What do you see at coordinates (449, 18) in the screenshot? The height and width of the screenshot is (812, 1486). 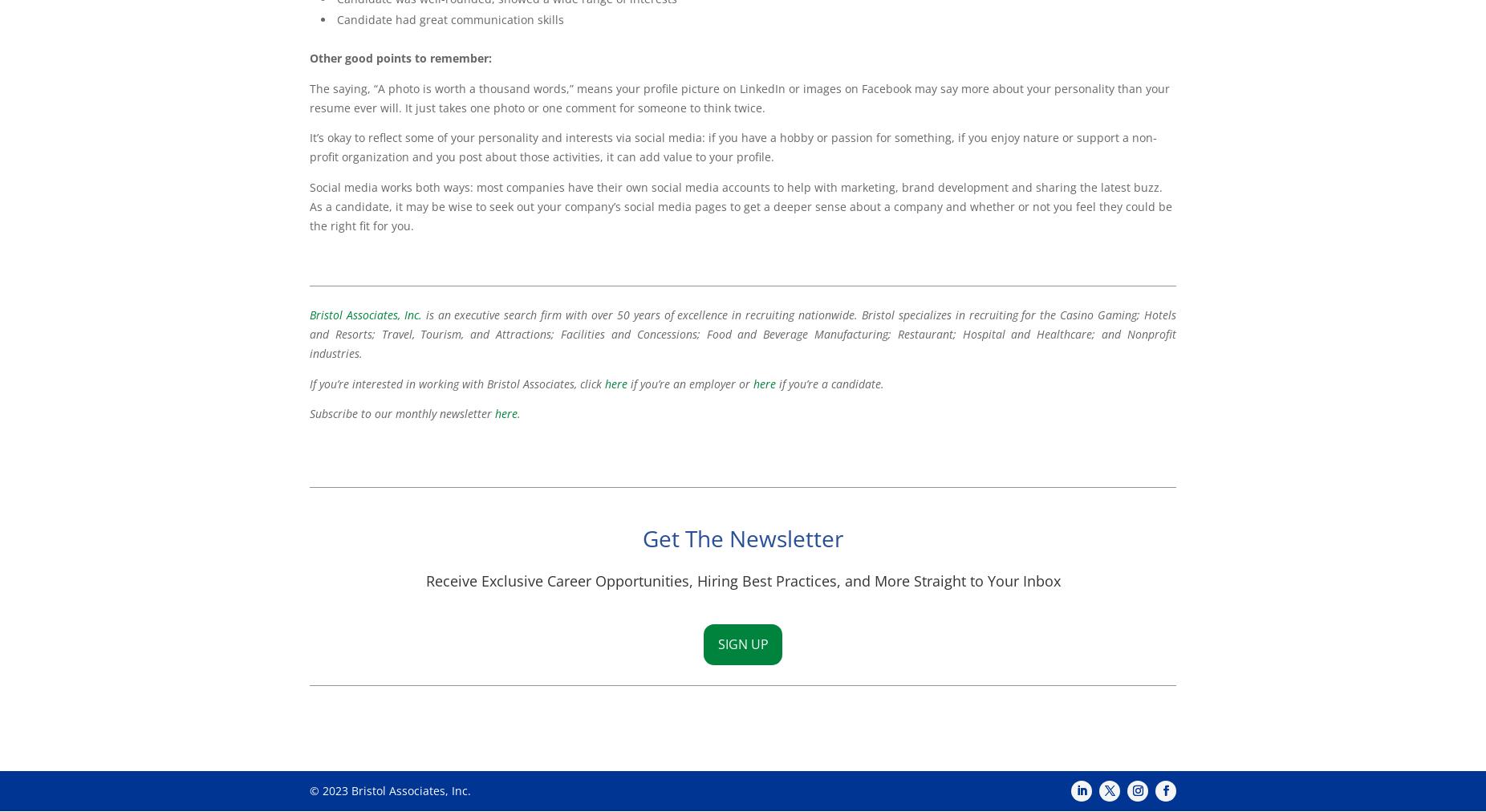 I see `'Candidate had great communication skills'` at bounding box center [449, 18].